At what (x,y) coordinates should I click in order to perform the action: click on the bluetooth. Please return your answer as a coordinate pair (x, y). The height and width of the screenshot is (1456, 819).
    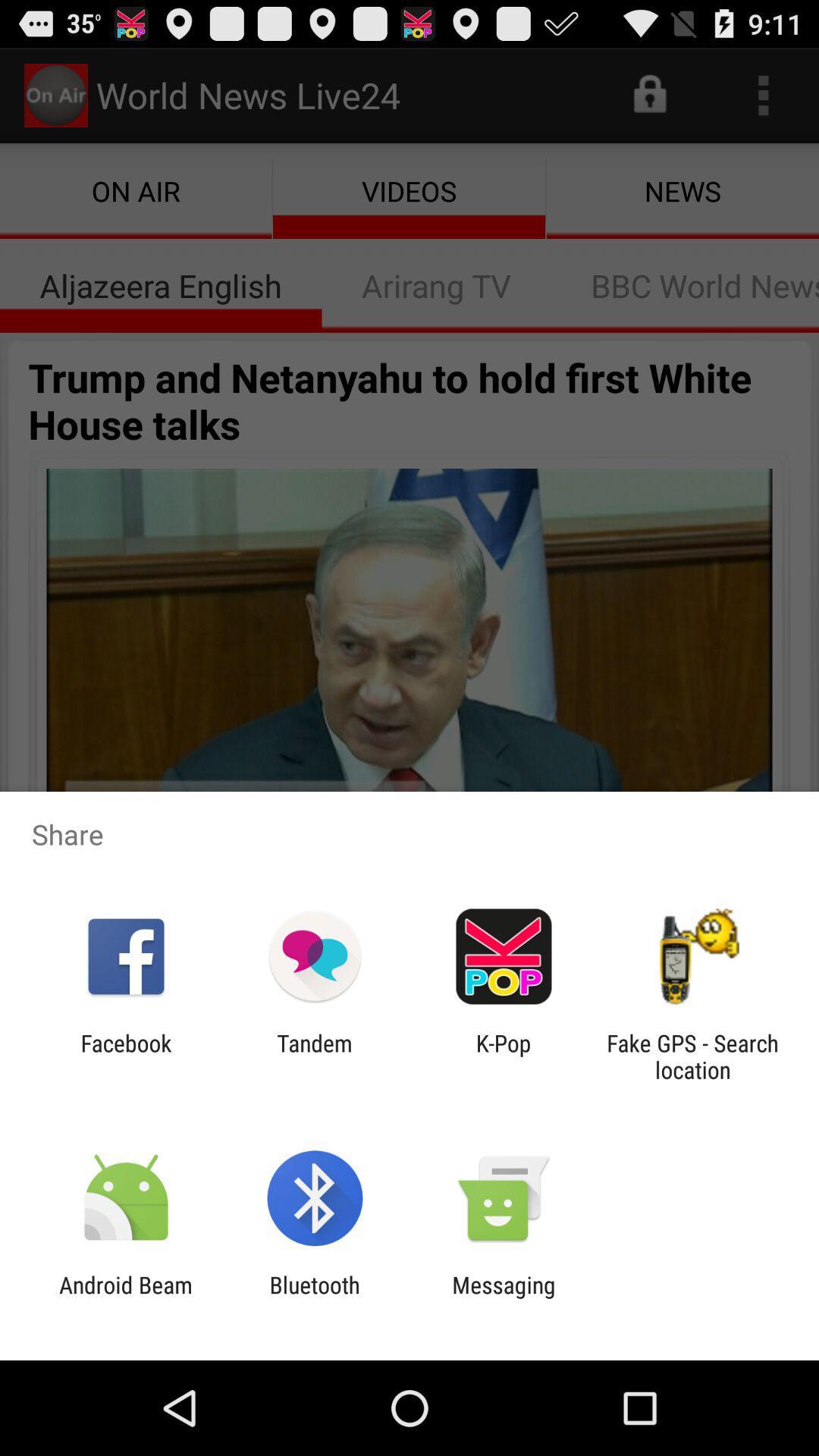
    Looking at the image, I should click on (314, 1298).